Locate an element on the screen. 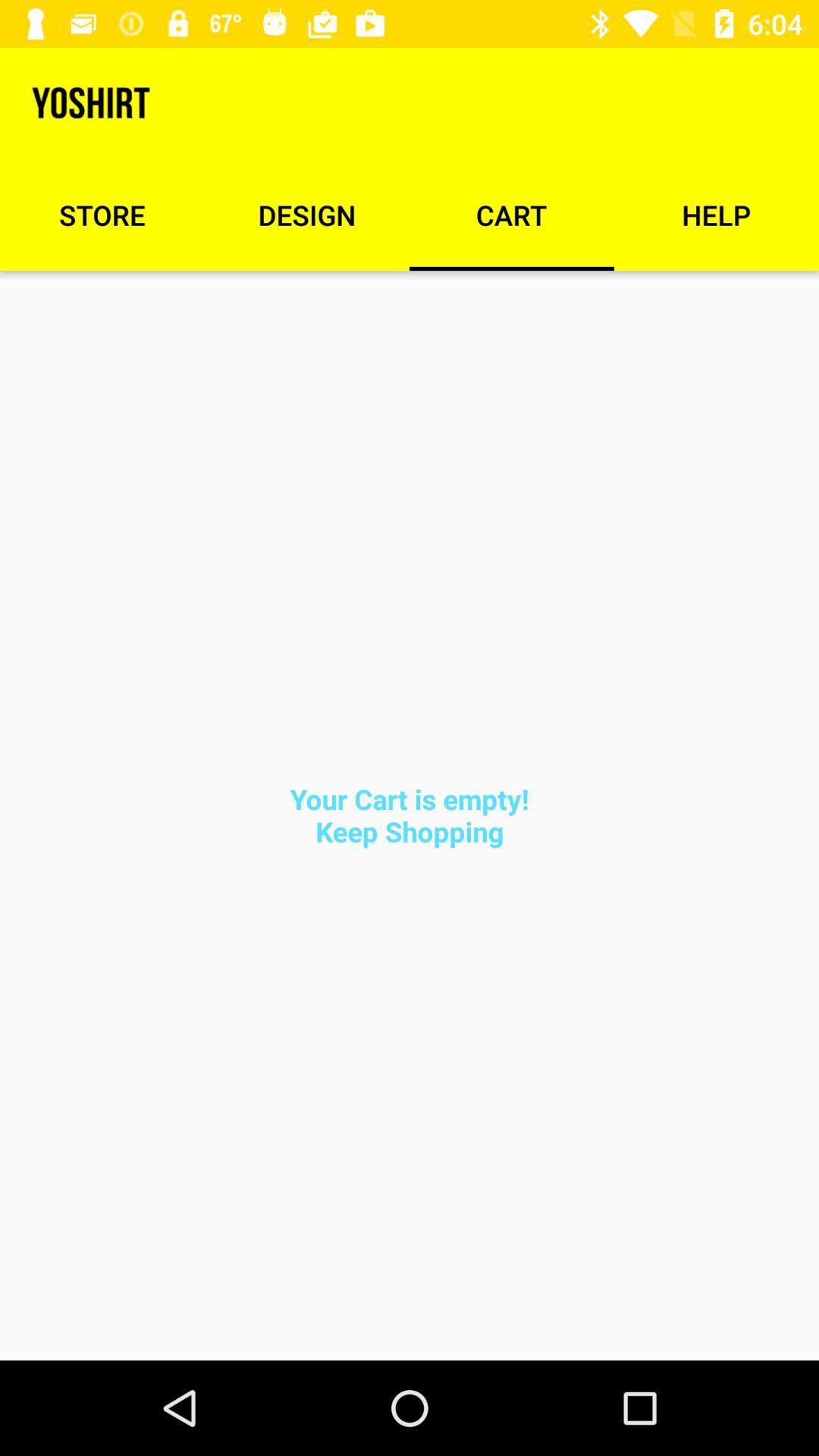 Image resolution: width=819 pixels, height=1456 pixels. your cart is at the center is located at coordinates (409, 814).